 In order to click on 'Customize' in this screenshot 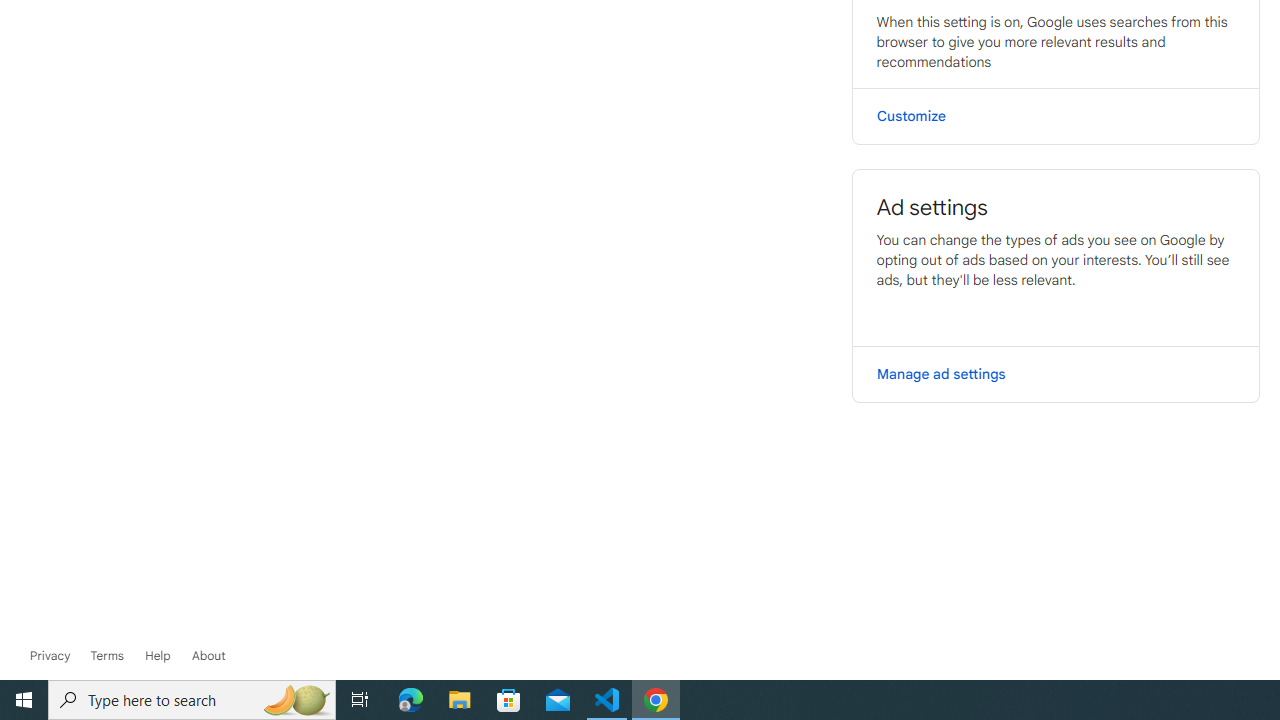, I will do `click(1055, 116)`.